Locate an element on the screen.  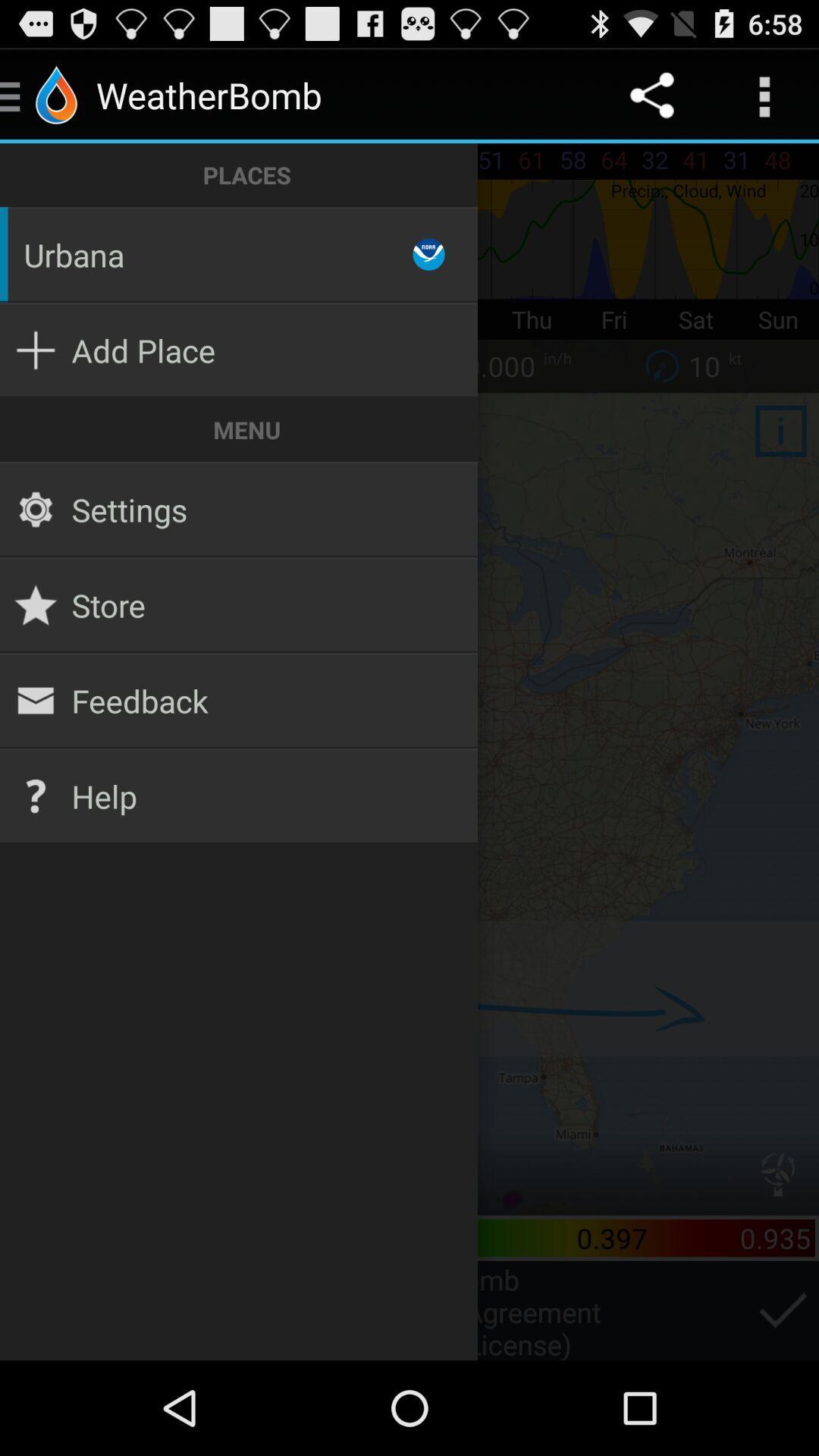
the info icon is located at coordinates (780, 460).